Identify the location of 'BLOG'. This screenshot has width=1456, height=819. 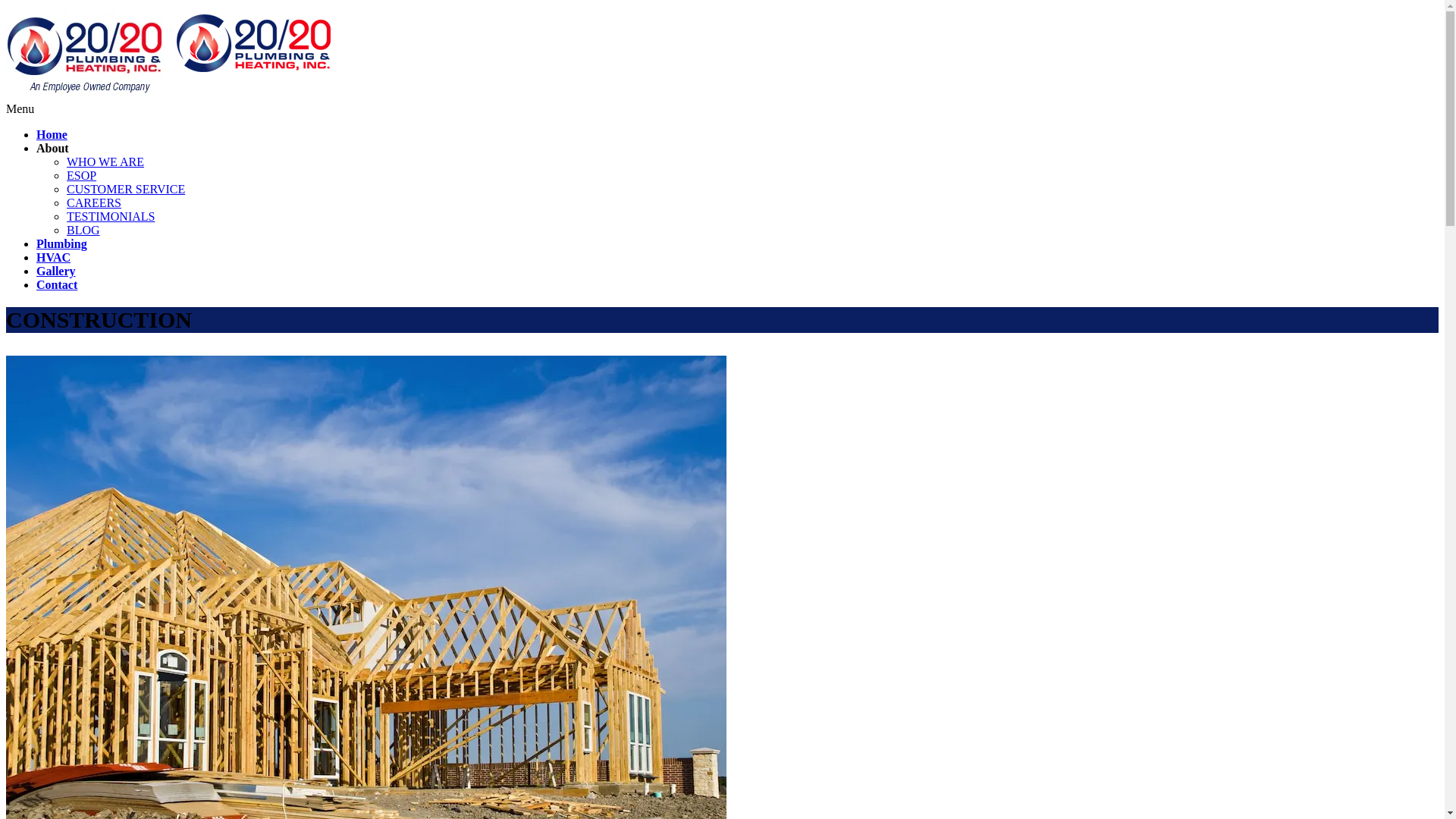
(83, 230).